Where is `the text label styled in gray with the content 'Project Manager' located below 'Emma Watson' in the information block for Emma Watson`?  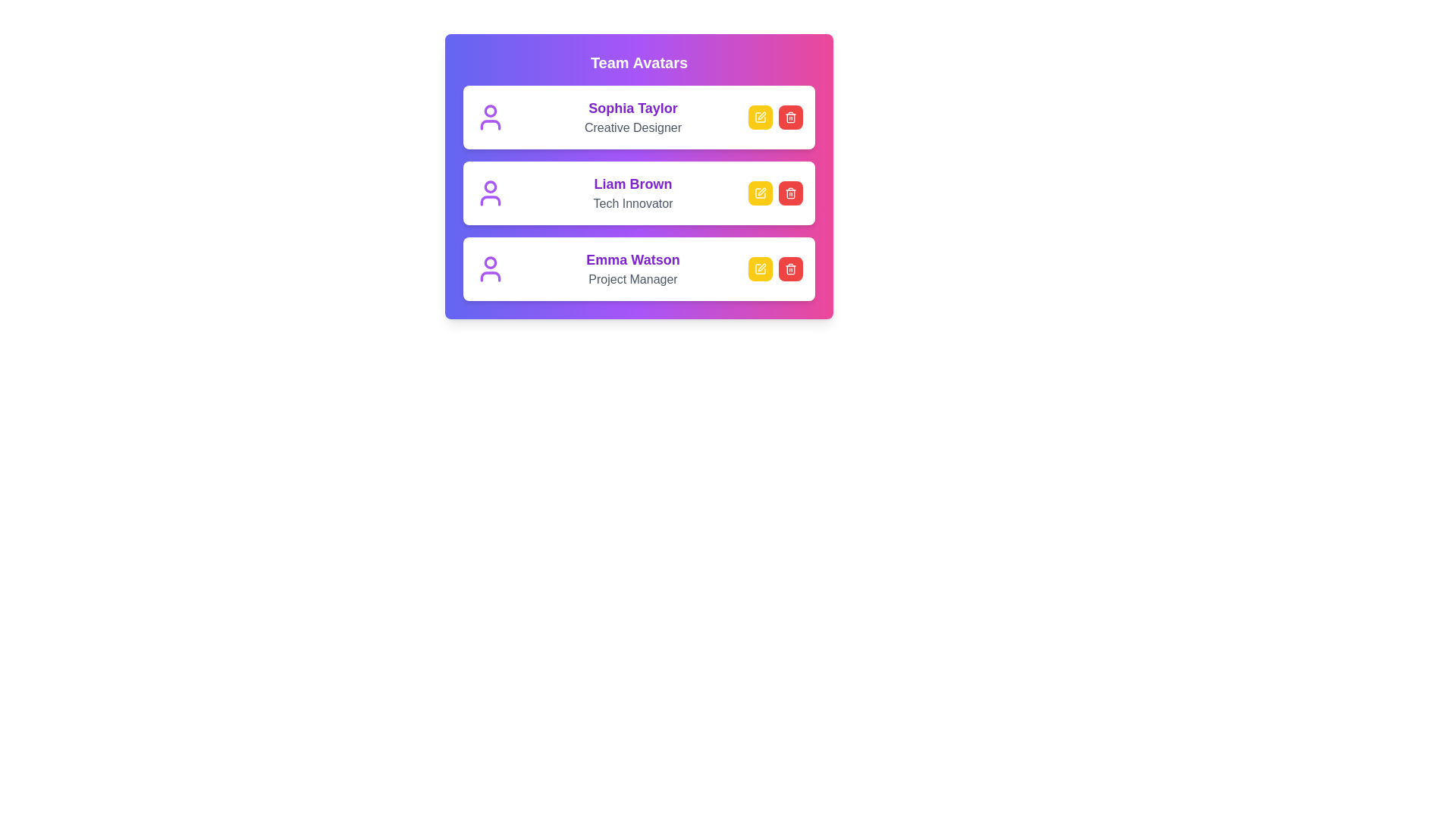
the text label styled in gray with the content 'Project Manager' located below 'Emma Watson' in the information block for Emma Watson is located at coordinates (633, 280).